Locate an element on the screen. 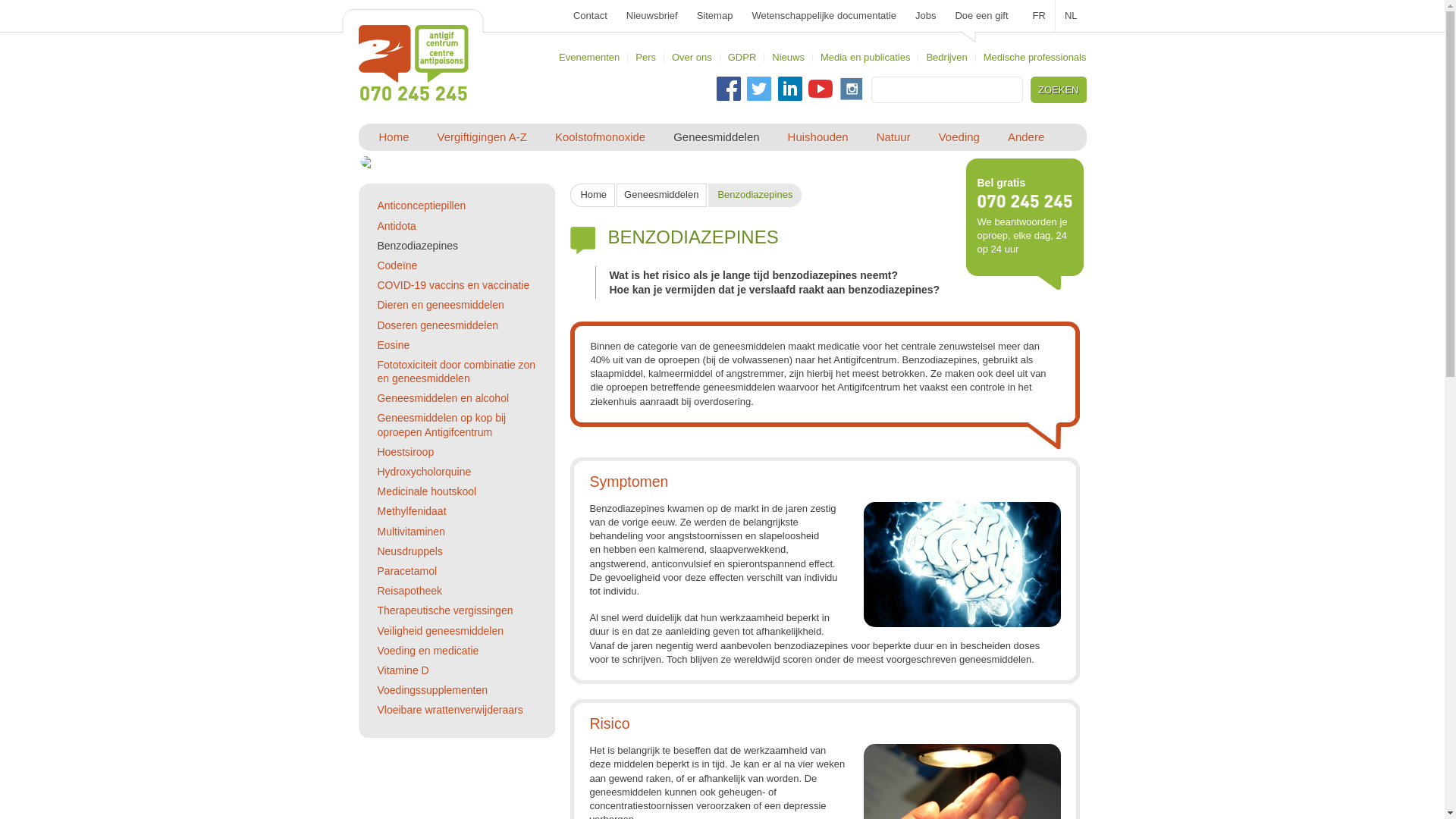 The image size is (1456, 819). 'Multivitaminen' is located at coordinates (377, 531).